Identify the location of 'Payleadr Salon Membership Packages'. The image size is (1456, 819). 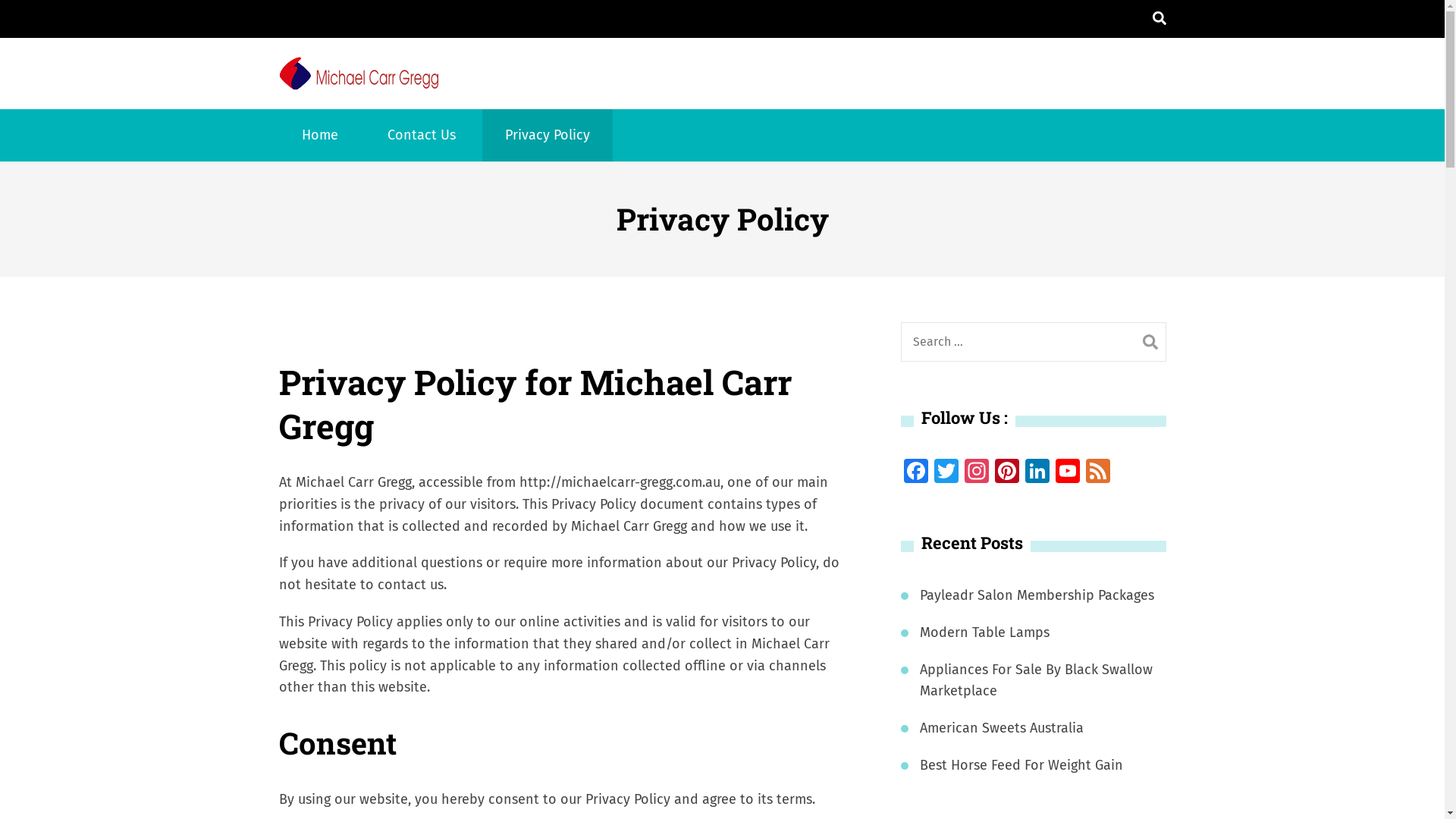
(1035, 595).